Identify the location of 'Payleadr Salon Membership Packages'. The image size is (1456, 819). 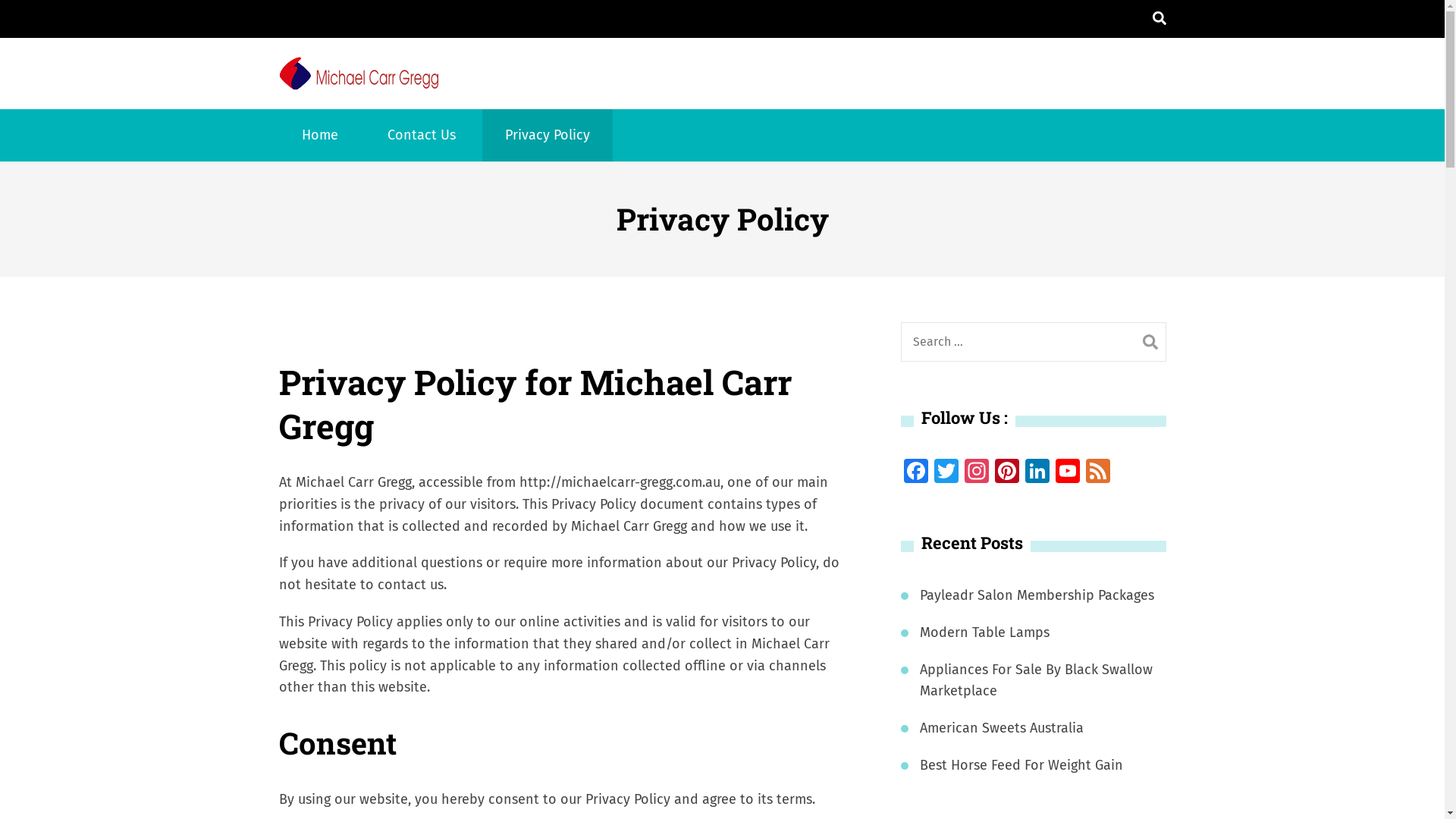
(1035, 595).